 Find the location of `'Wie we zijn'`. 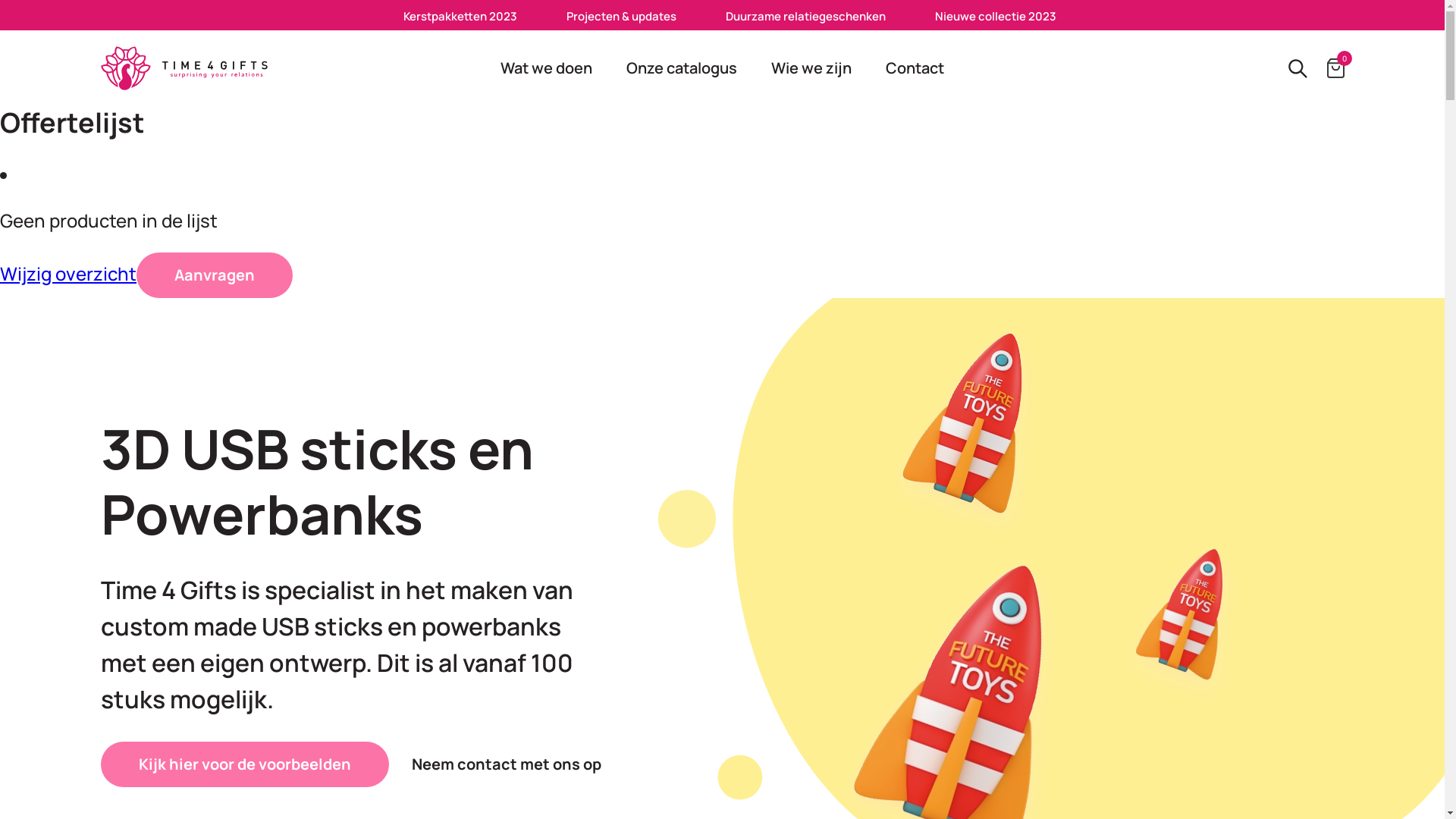

'Wie we zijn' is located at coordinates (756, 67).